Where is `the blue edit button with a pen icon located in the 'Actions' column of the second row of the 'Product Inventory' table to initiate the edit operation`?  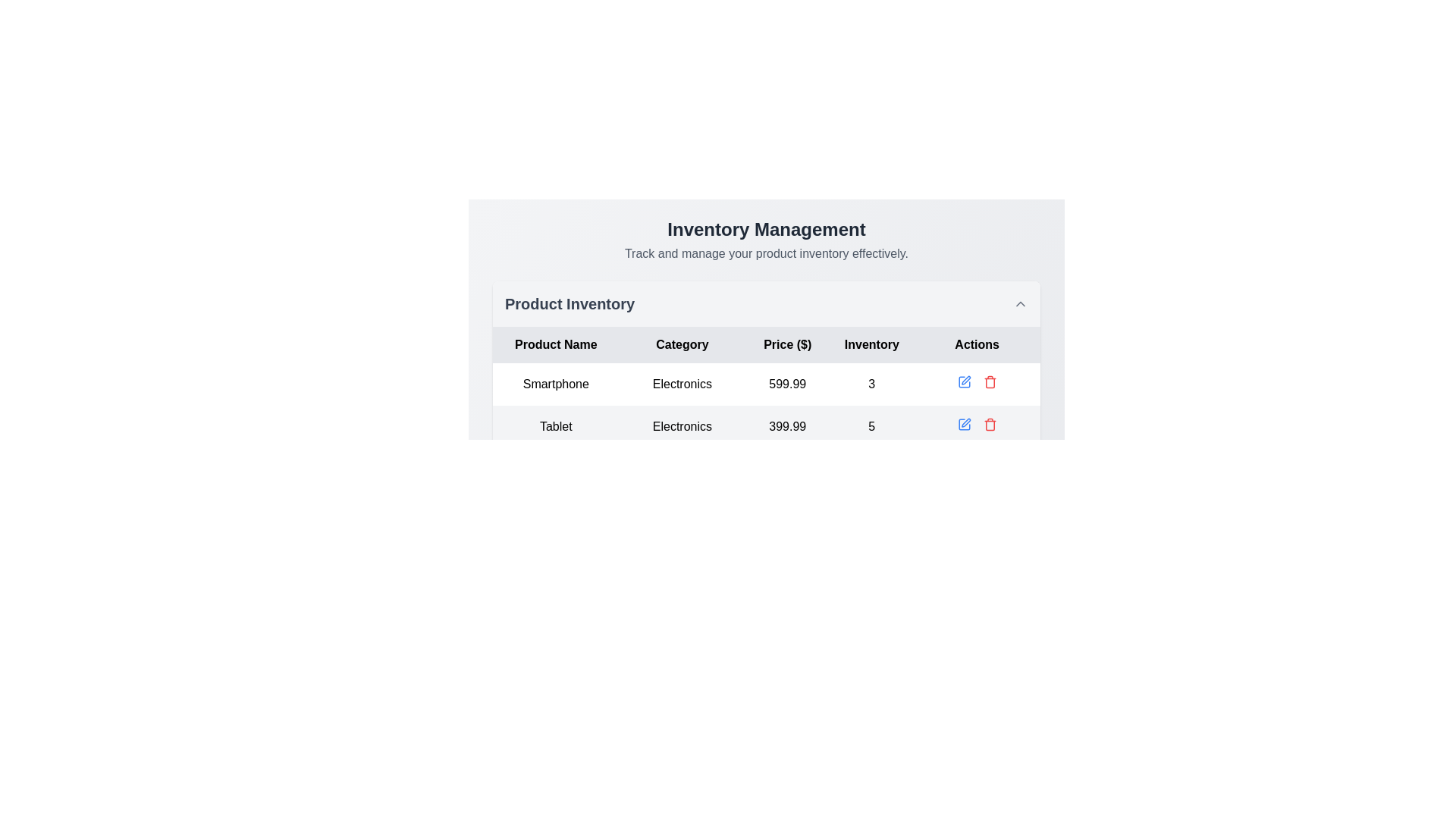
the blue edit button with a pen icon located in the 'Actions' column of the second row of the 'Product Inventory' table to initiate the edit operation is located at coordinates (963, 424).